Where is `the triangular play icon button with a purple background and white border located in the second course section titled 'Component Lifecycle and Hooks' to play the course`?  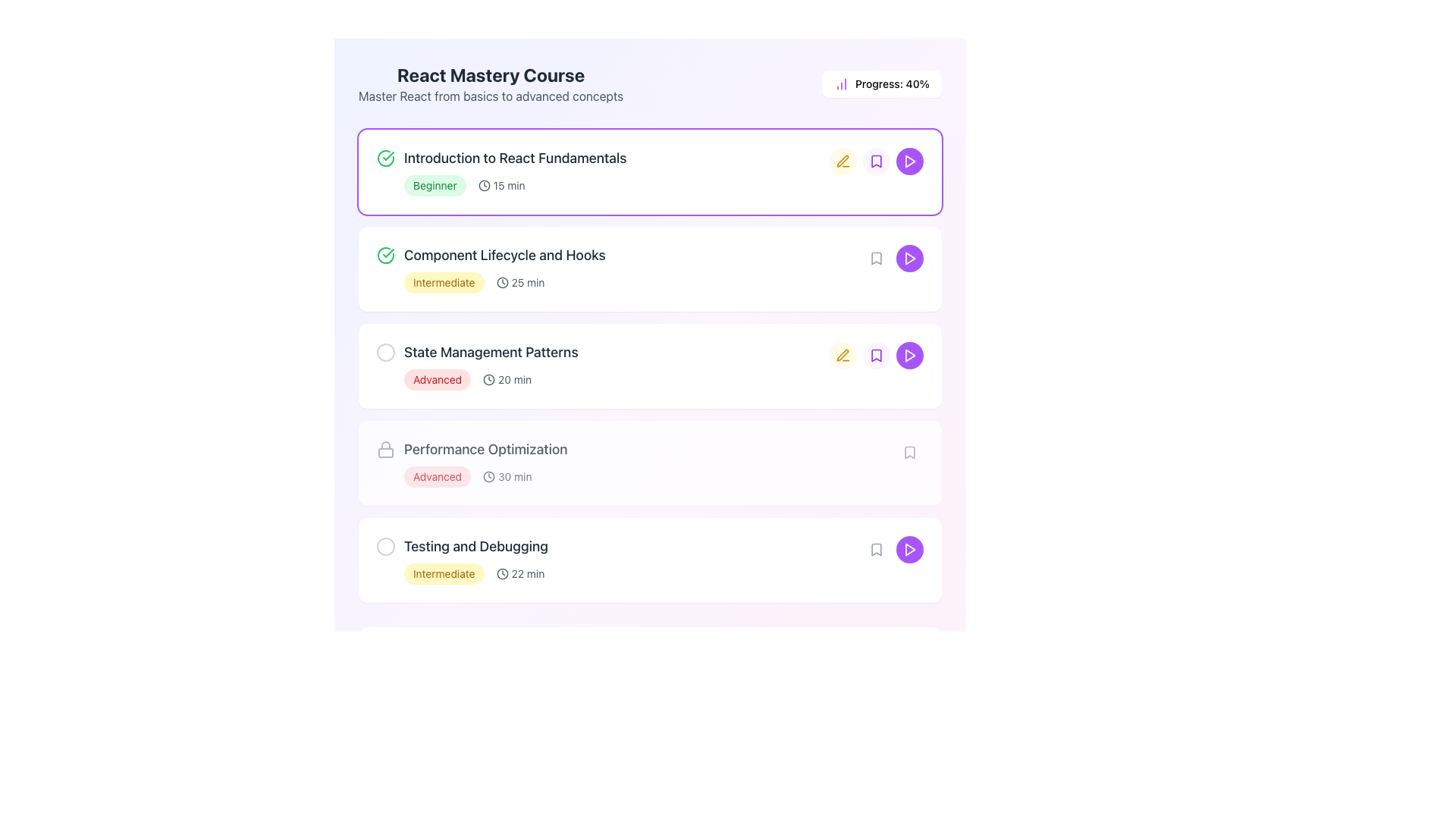
the triangular play icon button with a purple background and white border located in the second course section titled 'Component Lifecycle and Hooks' to play the course is located at coordinates (910, 257).